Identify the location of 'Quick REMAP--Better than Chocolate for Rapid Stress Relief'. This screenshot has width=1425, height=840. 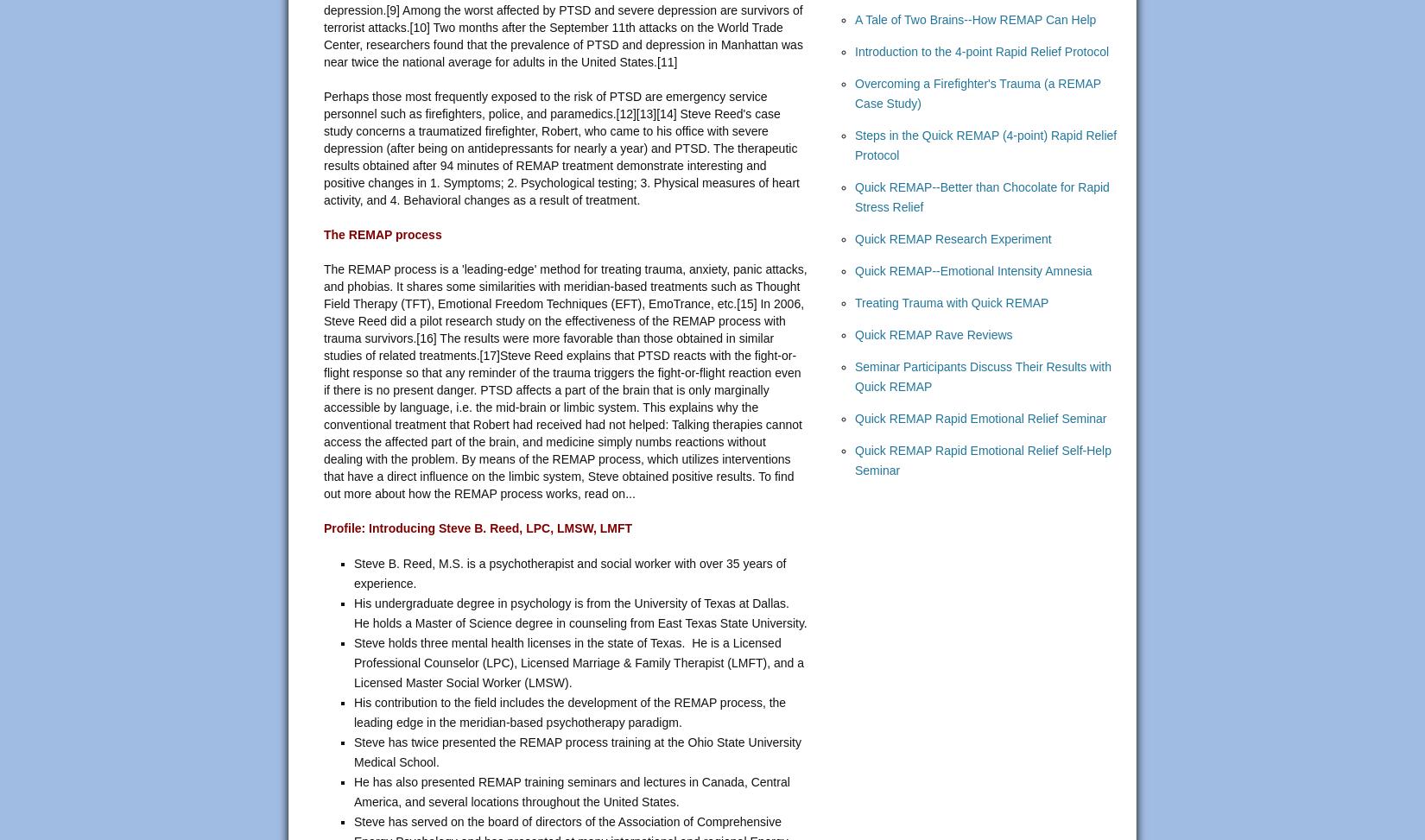
(982, 196).